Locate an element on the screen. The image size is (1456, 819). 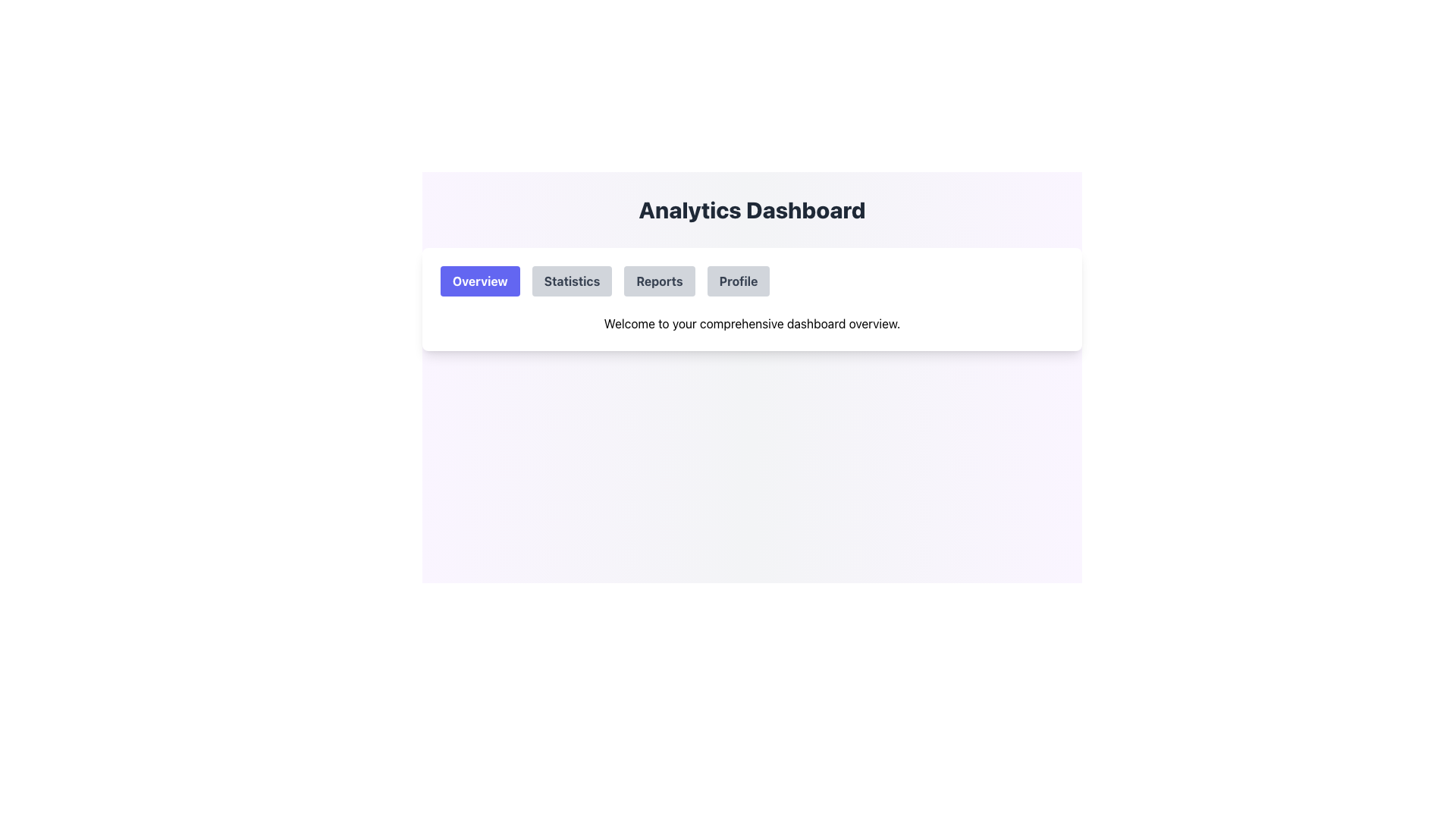
the 'Statistics' button, which is the second button from the left in the upper section of the navigation menu, to possibly see a visual indication of focus is located at coordinates (571, 281).